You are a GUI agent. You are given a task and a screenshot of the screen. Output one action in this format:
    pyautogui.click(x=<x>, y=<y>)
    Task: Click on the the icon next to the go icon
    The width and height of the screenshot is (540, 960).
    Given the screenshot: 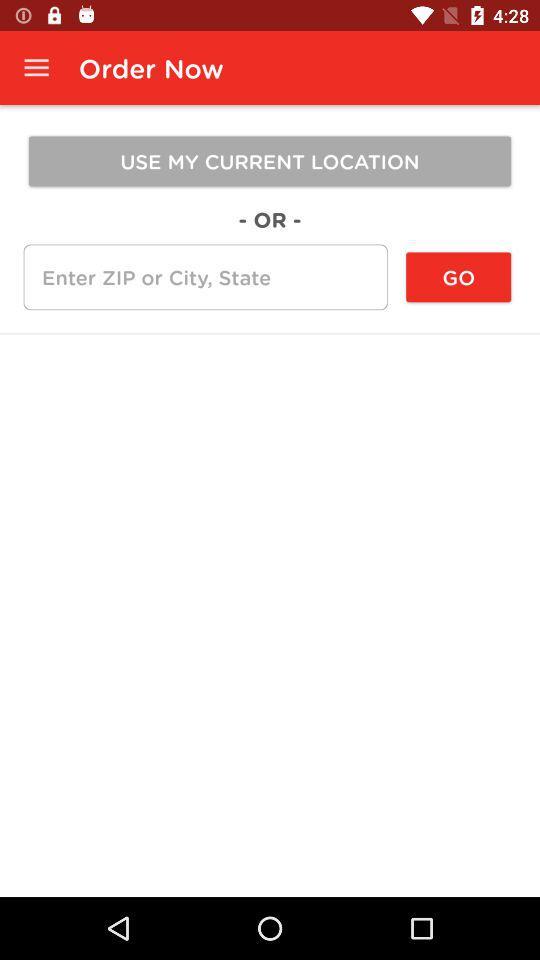 What is the action you would take?
    pyautogui.click(x=204, y=276)
    